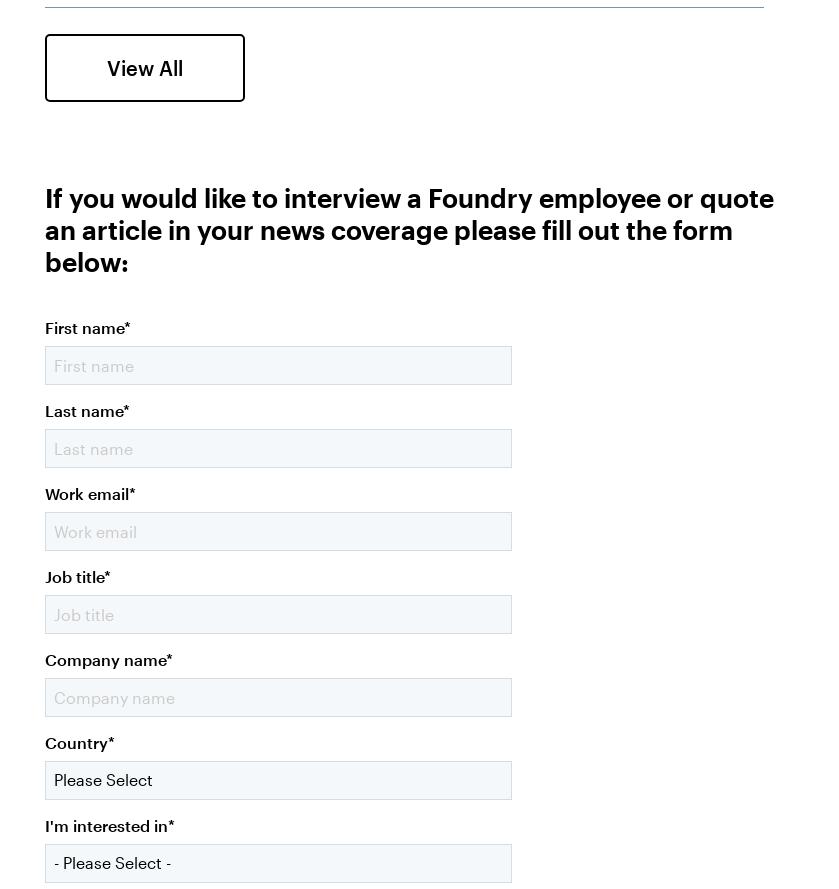 Image resolution: width=839 pixels, height=889 pixels. What do you see at coordinates (83, 409) in the screenshot?
I see `'Last name'` at bounding box center [83, 409].